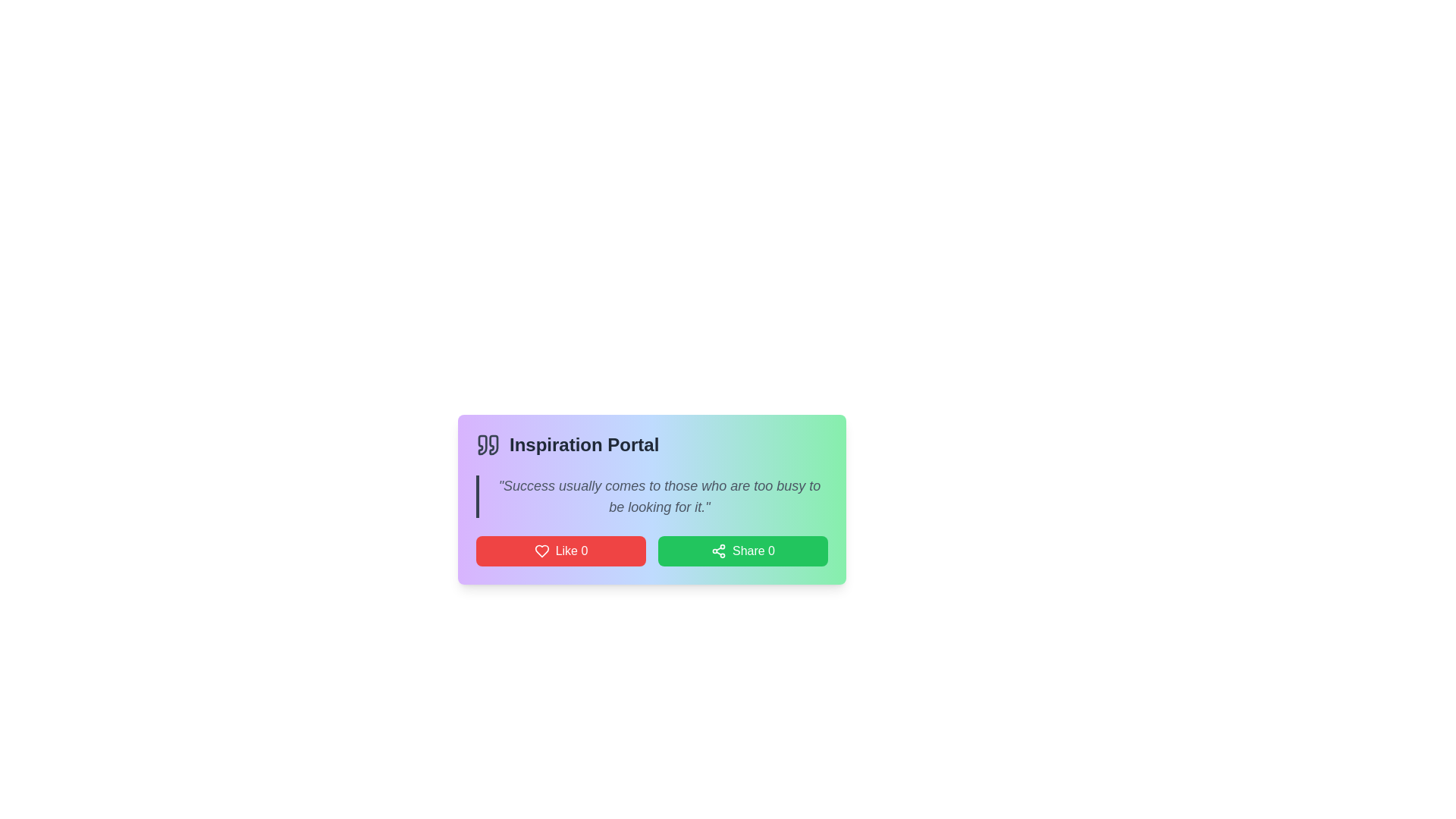 Image resolution: width=1456 pixels, height=819 pixels. What do you see at coordinates (560, 551) in the screenshot?
I see `the 'Like' button located at the bottom left of the card to trigger its hover effect` at bounding box center [560, 551].